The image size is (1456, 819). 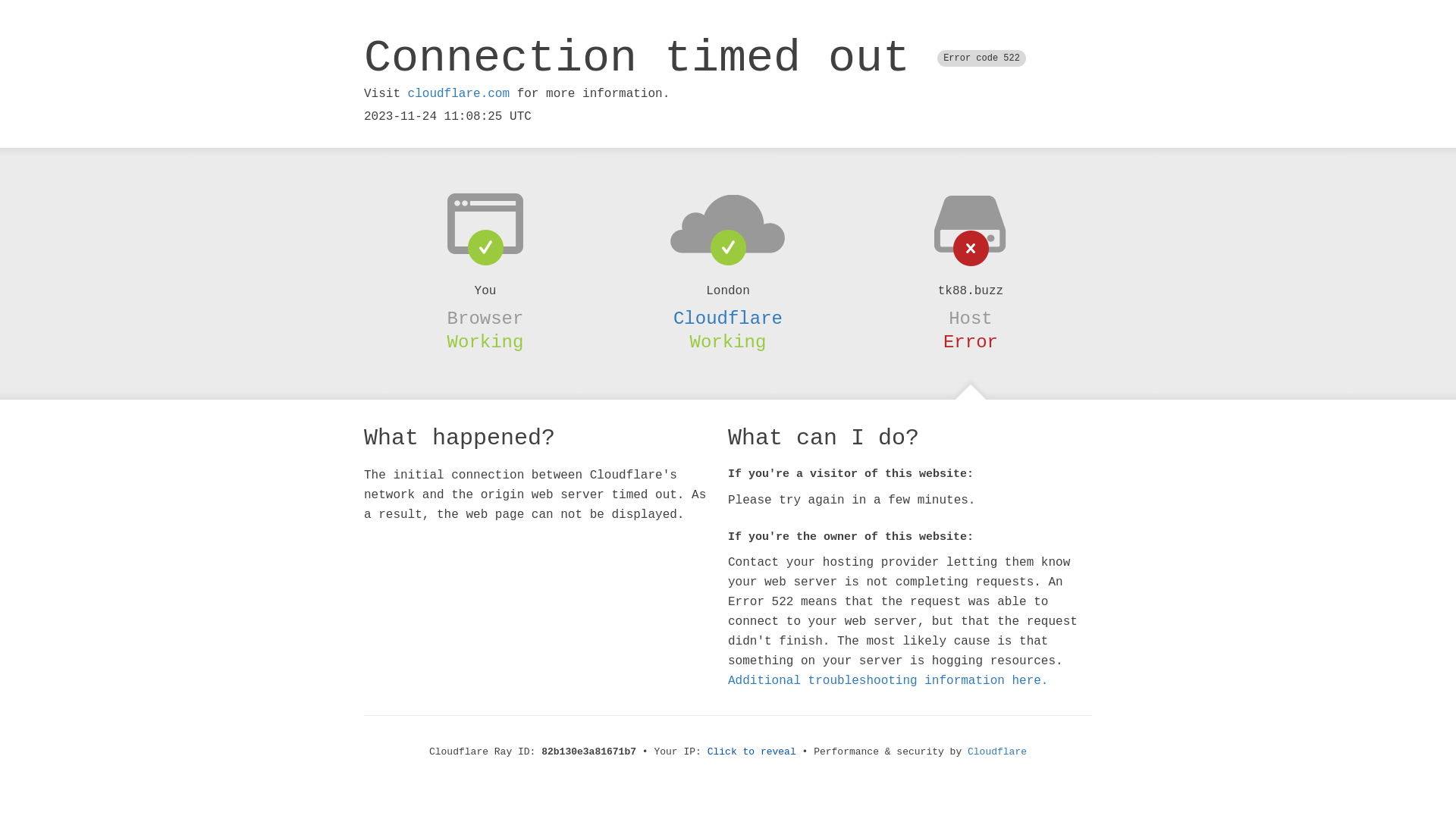 What do you see at coordinates (967, 752) in the screenshot?
I see `'Cloudflare'` at bounding box center [967, 752].